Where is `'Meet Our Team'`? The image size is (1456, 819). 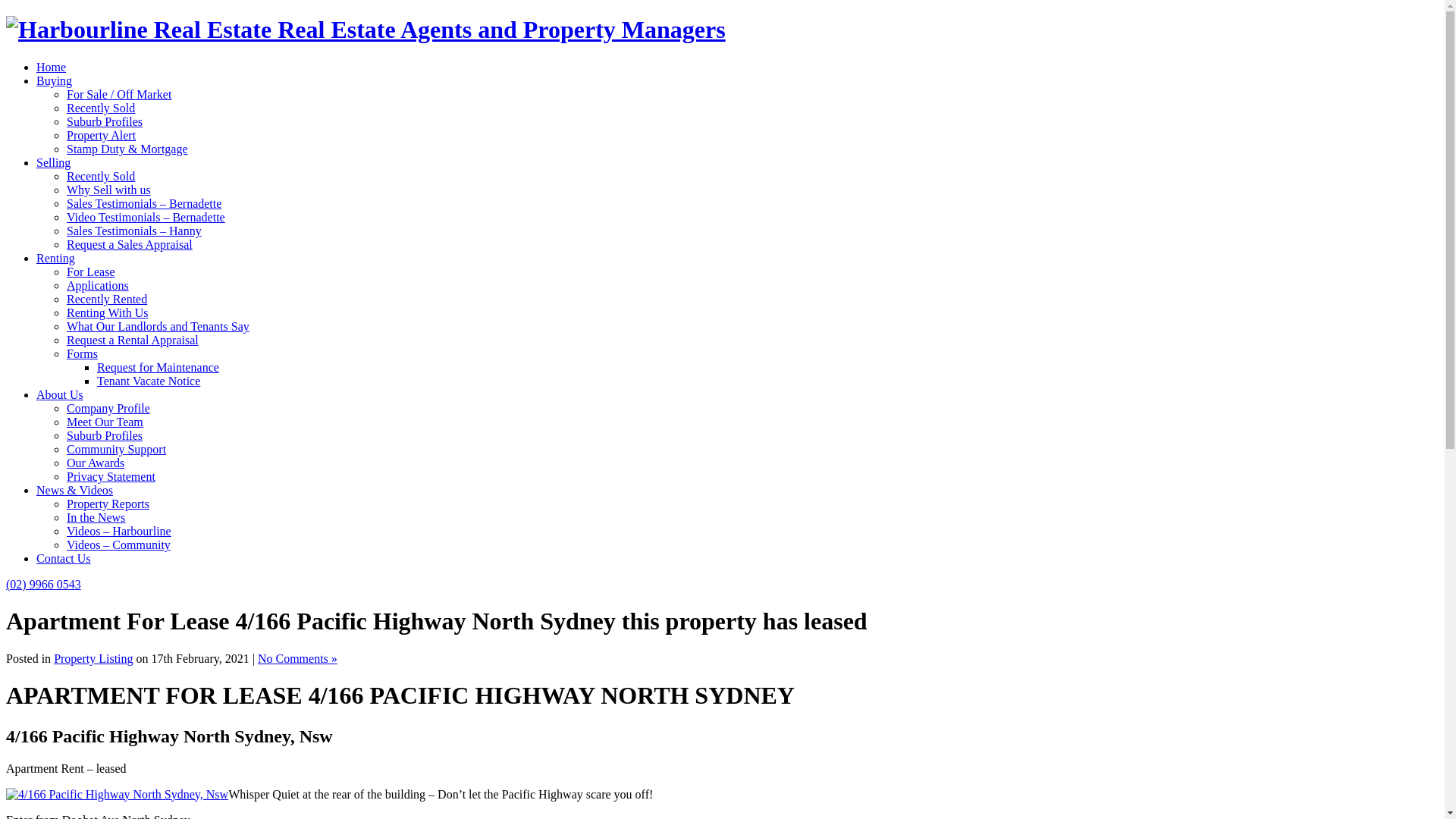 'Meet Our Team' is located at coordinates (104, 422).